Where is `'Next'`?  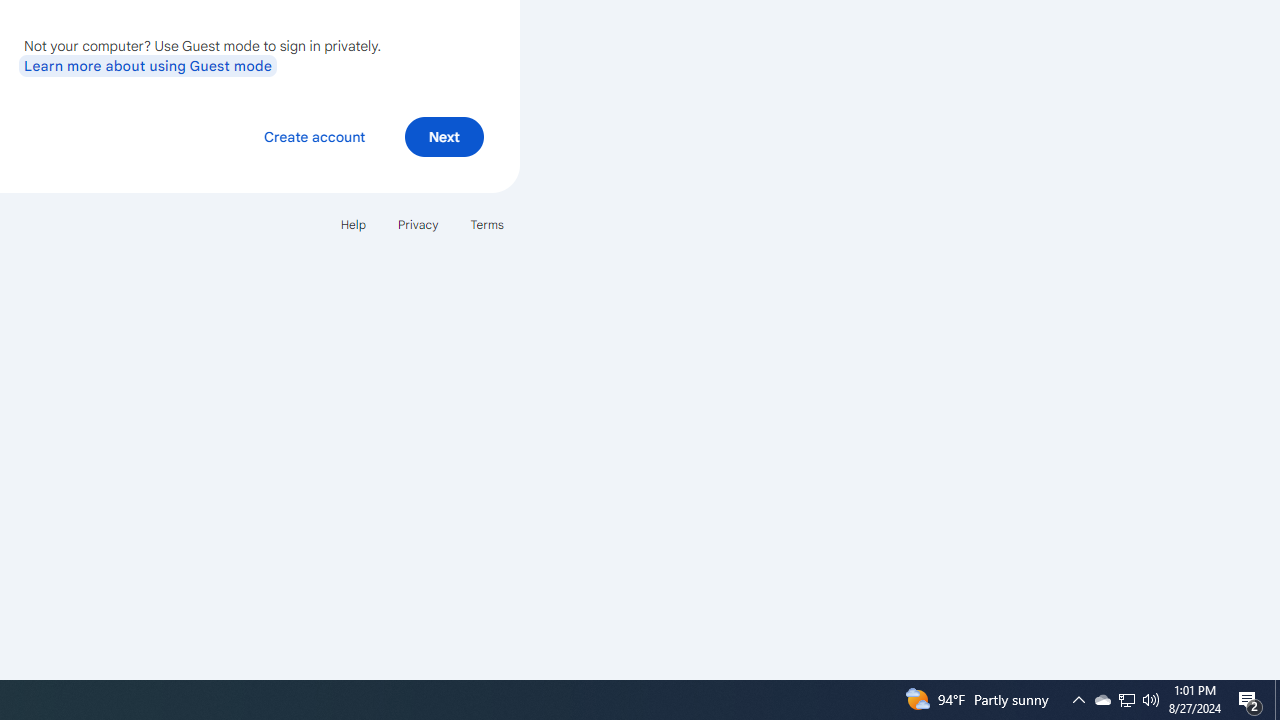 'Next' is located at coordinates (443, 135).